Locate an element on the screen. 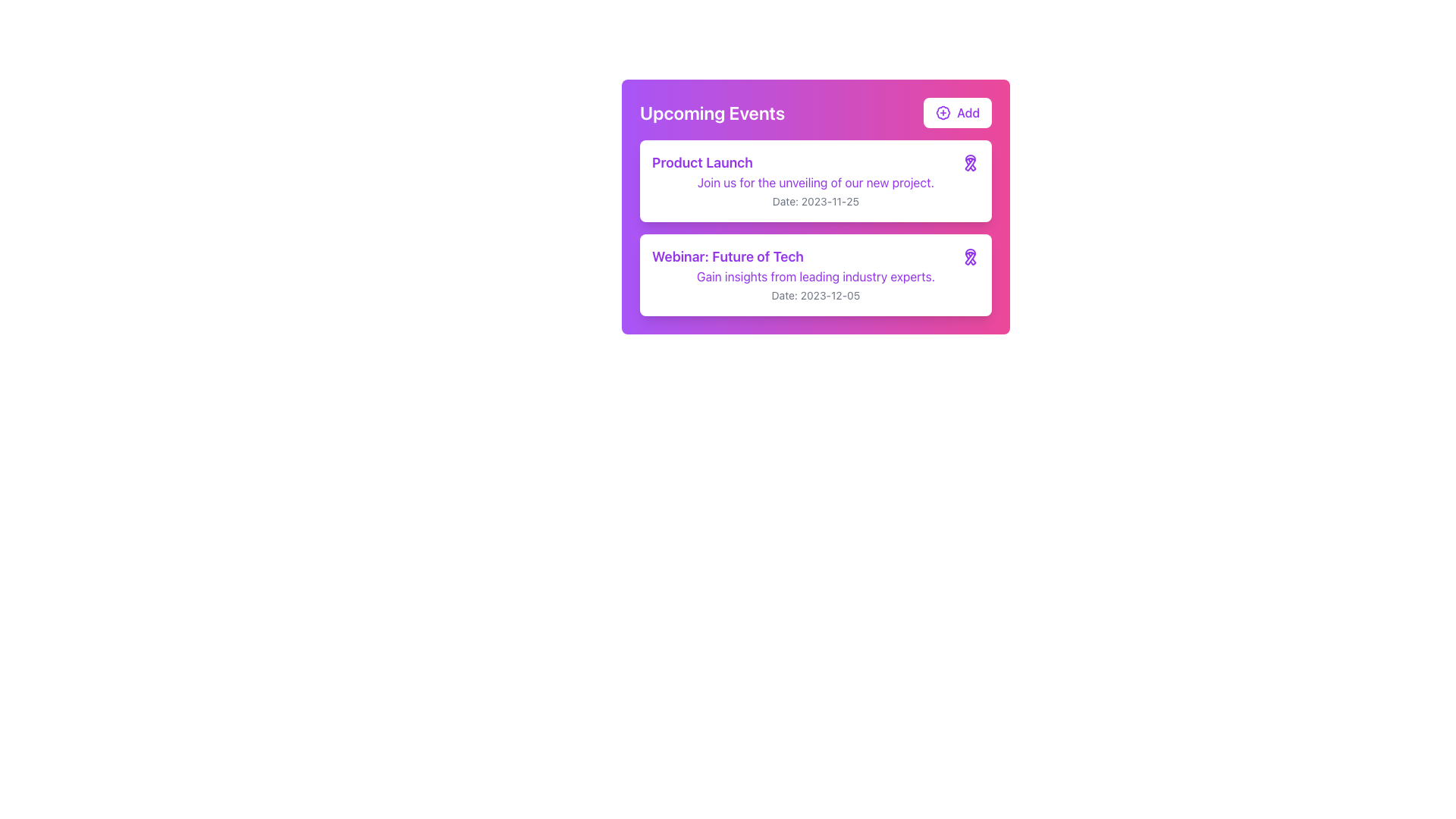 The width and height of the screenshot is (1456, 819). the first static informational card displaying event information about the 'Product Launch' event, located in the 'Upcoming Events' section is located at coordinates (814, 180).